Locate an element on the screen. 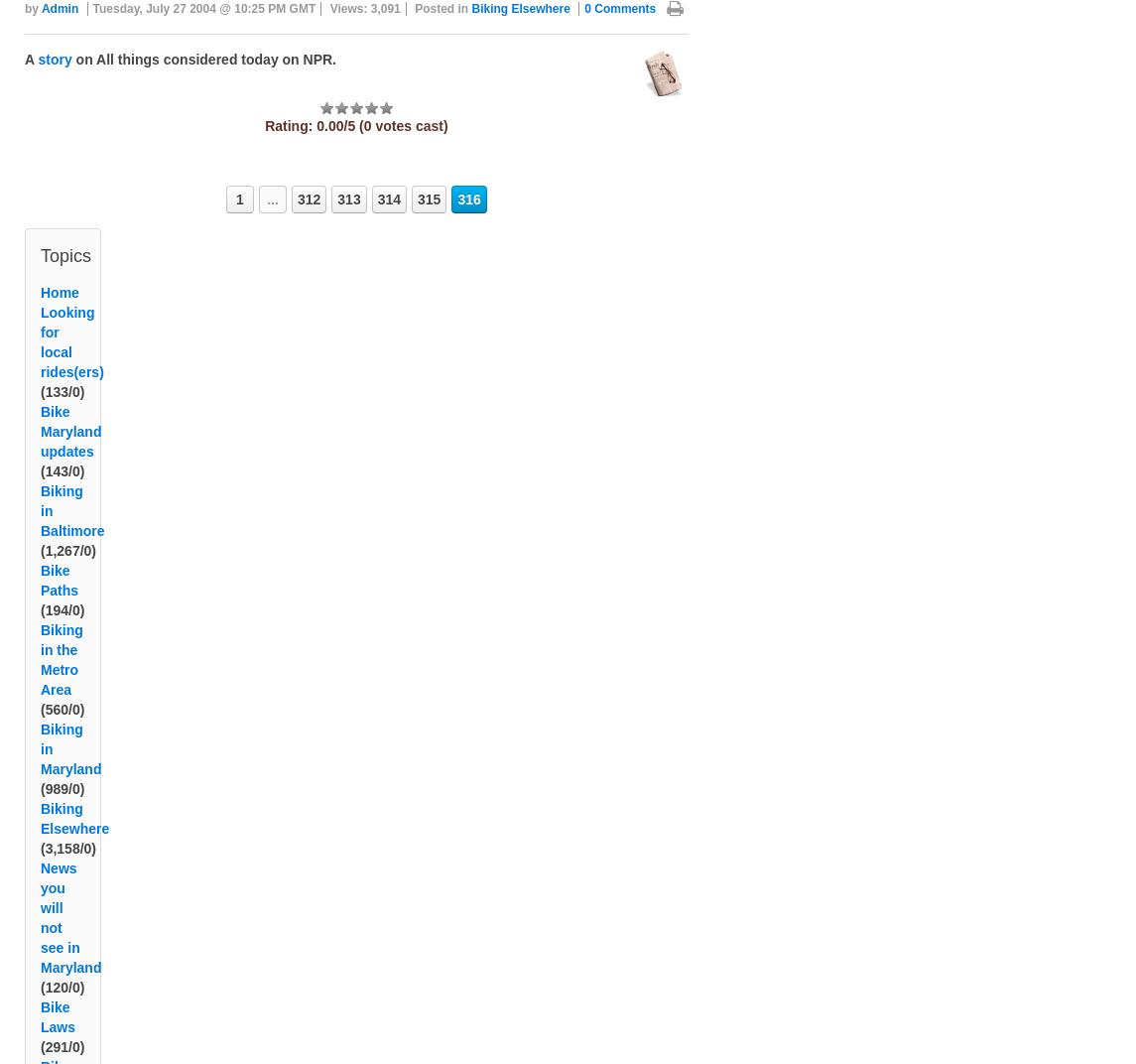 The height and width of the screenshot is (1064, 1136). '(133/0)' is located at coordinates (62, 415).